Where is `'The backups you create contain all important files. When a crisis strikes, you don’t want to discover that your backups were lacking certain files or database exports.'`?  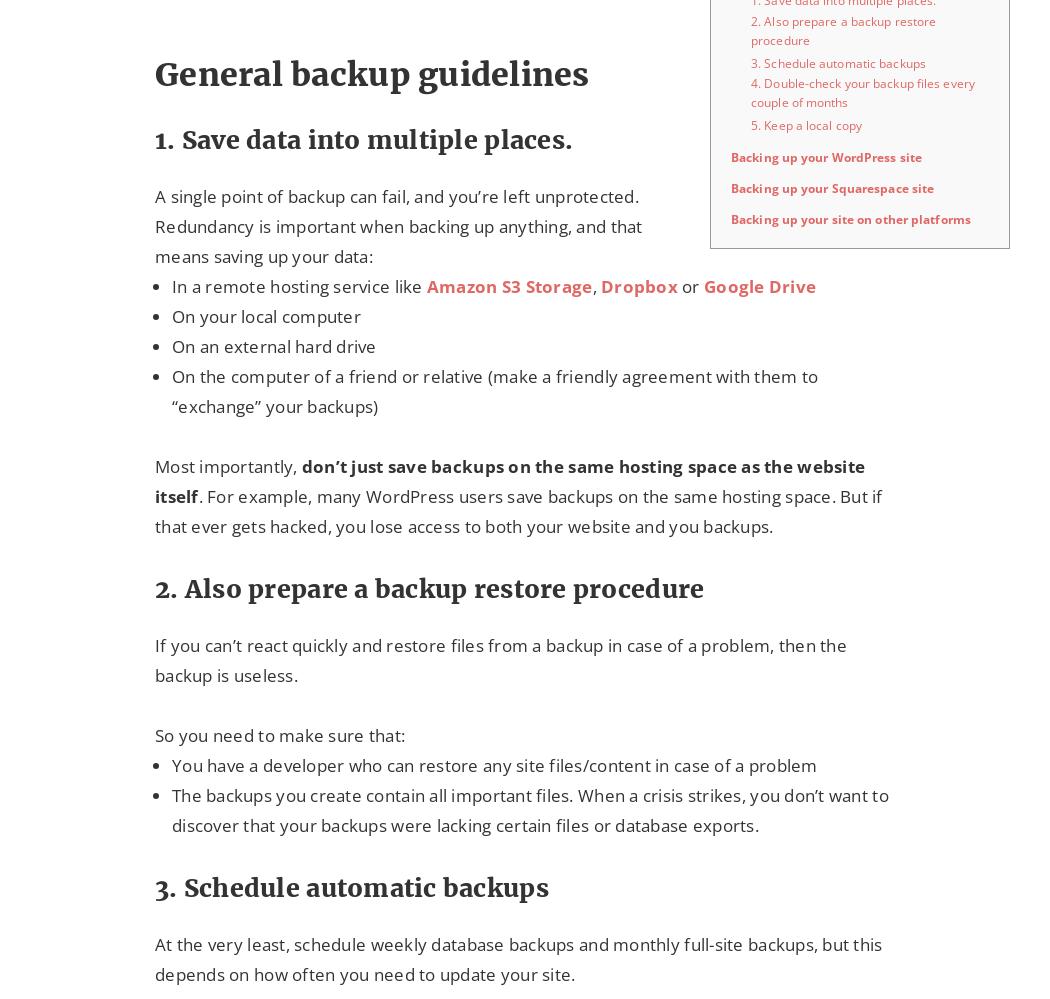 'The backups you create contain all important files. When a crisis strikes, you don’t want to discover that your backups were lacking certain files or database exports.' is located at coordinates (530, 810).